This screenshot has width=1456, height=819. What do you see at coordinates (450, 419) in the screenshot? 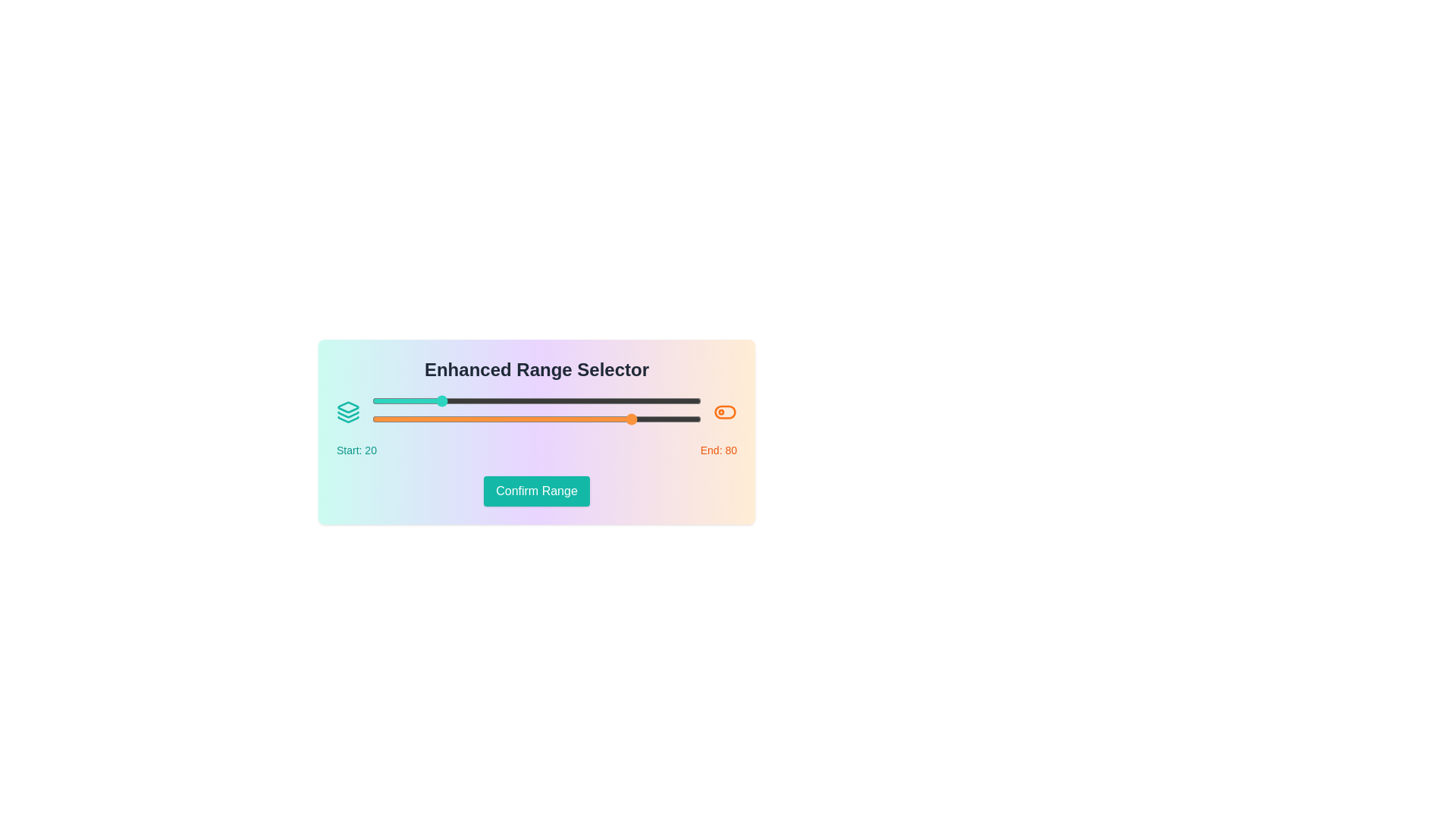
I see `the slider value` at bounding box center [450, 419].